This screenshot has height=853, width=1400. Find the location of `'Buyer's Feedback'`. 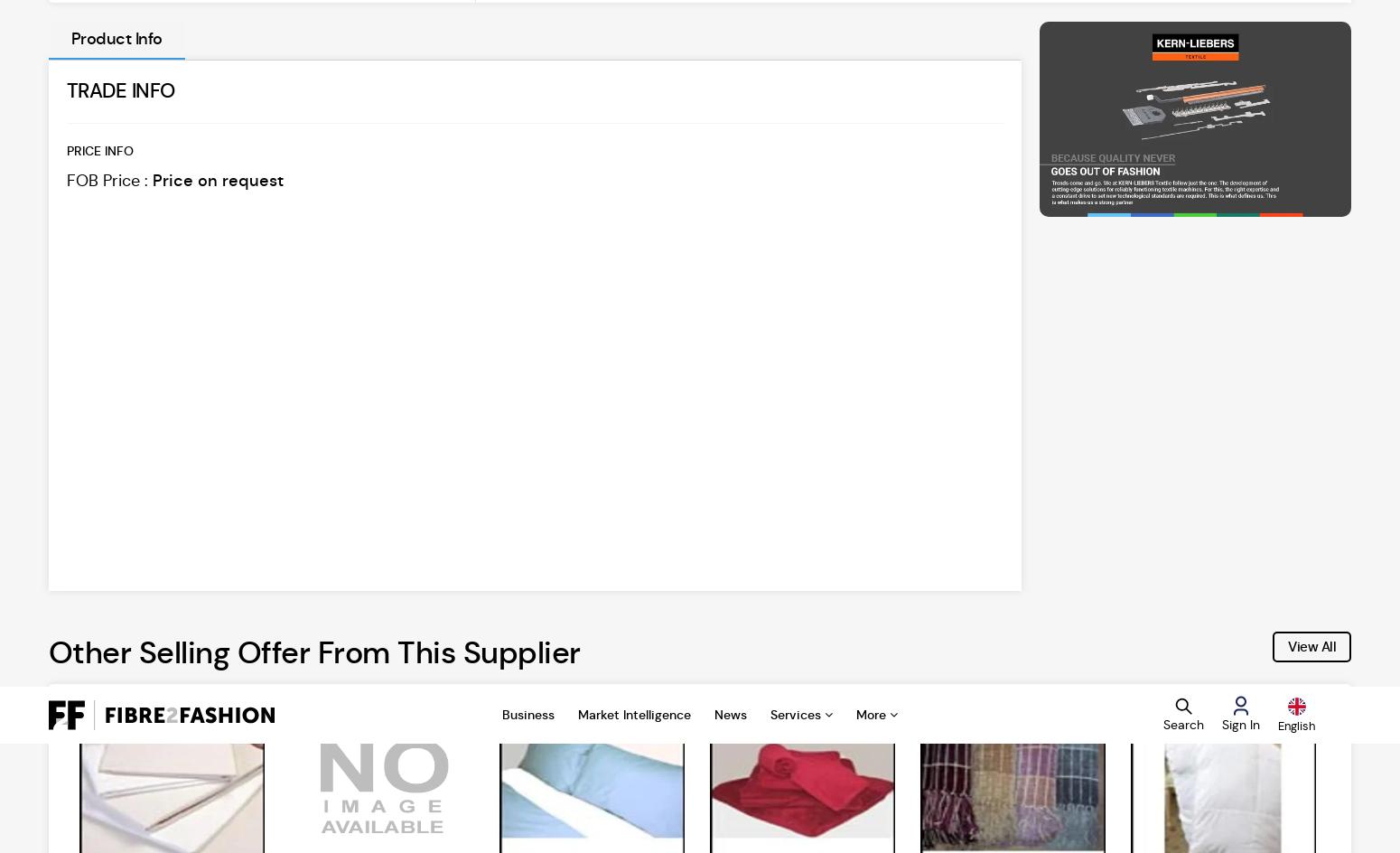

'Buyer's Feedback' is located at coordinates (1184, 800).